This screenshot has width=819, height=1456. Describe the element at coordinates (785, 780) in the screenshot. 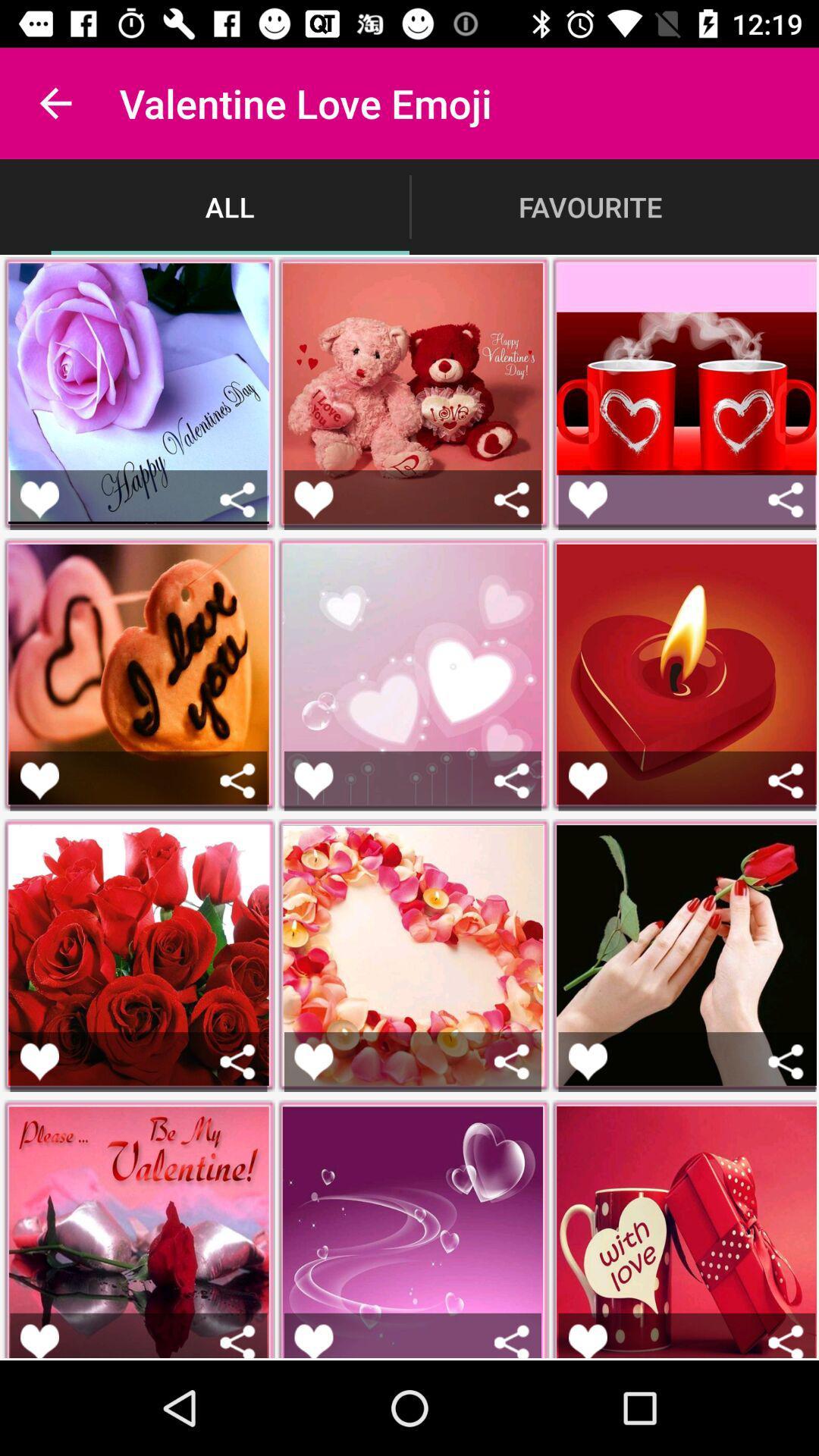

I see `share the image` at that location.